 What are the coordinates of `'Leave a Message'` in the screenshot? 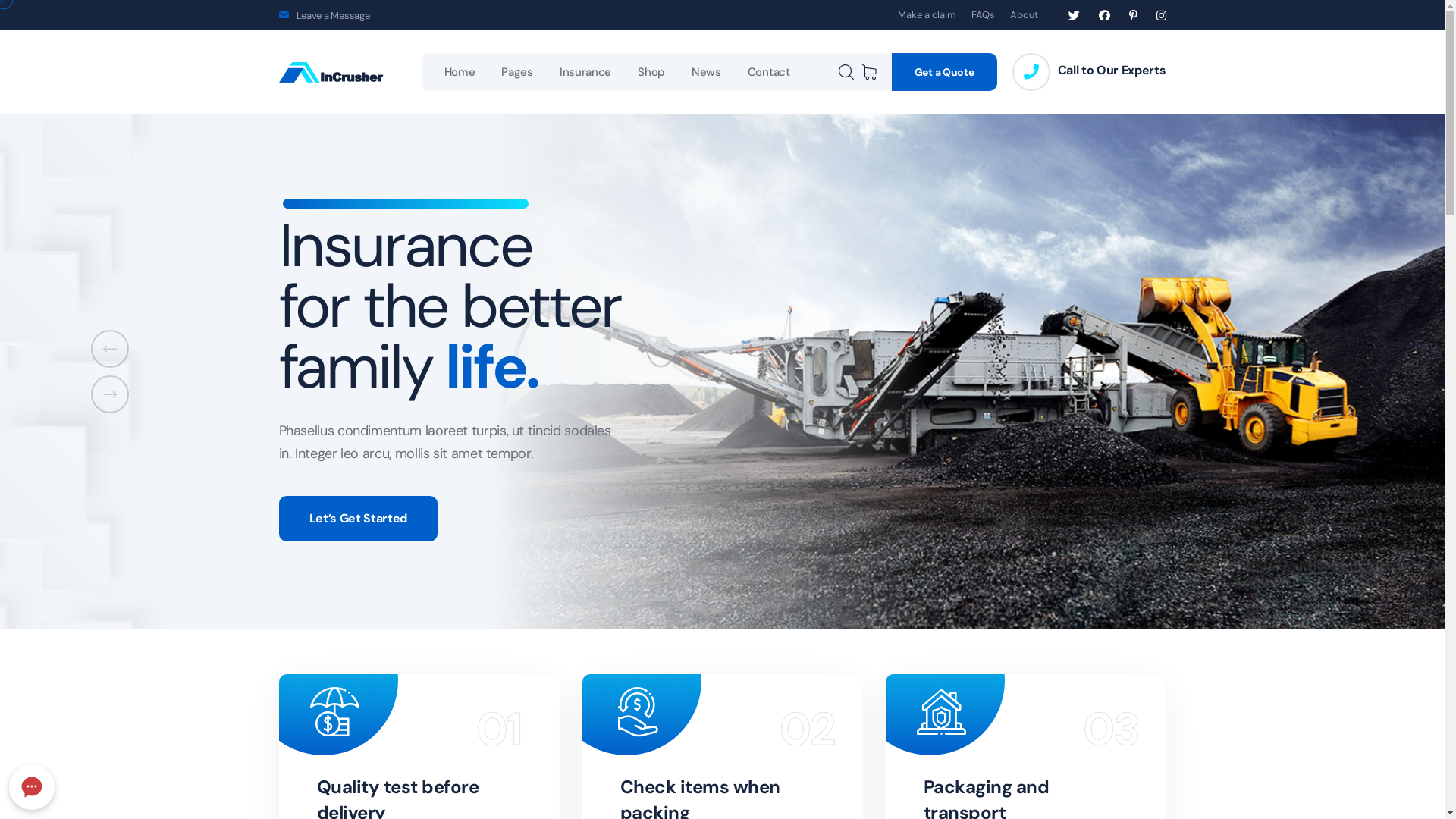 It's located at (295, 15).